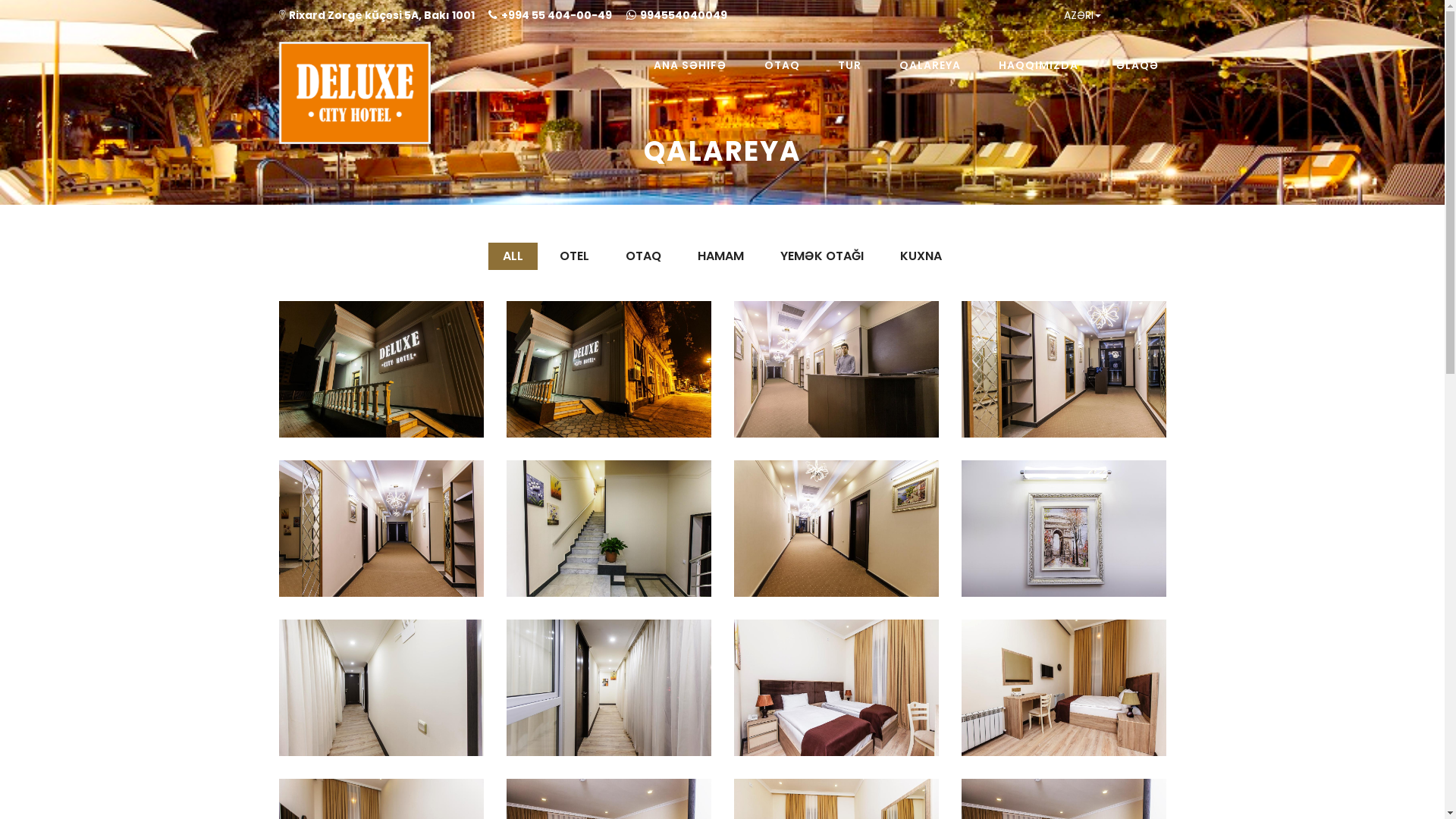 This screenshot has width=1456, height=819. Describe the element at coordinates (1062, 369) in the screenshot. I see `'Otel'` at that location.